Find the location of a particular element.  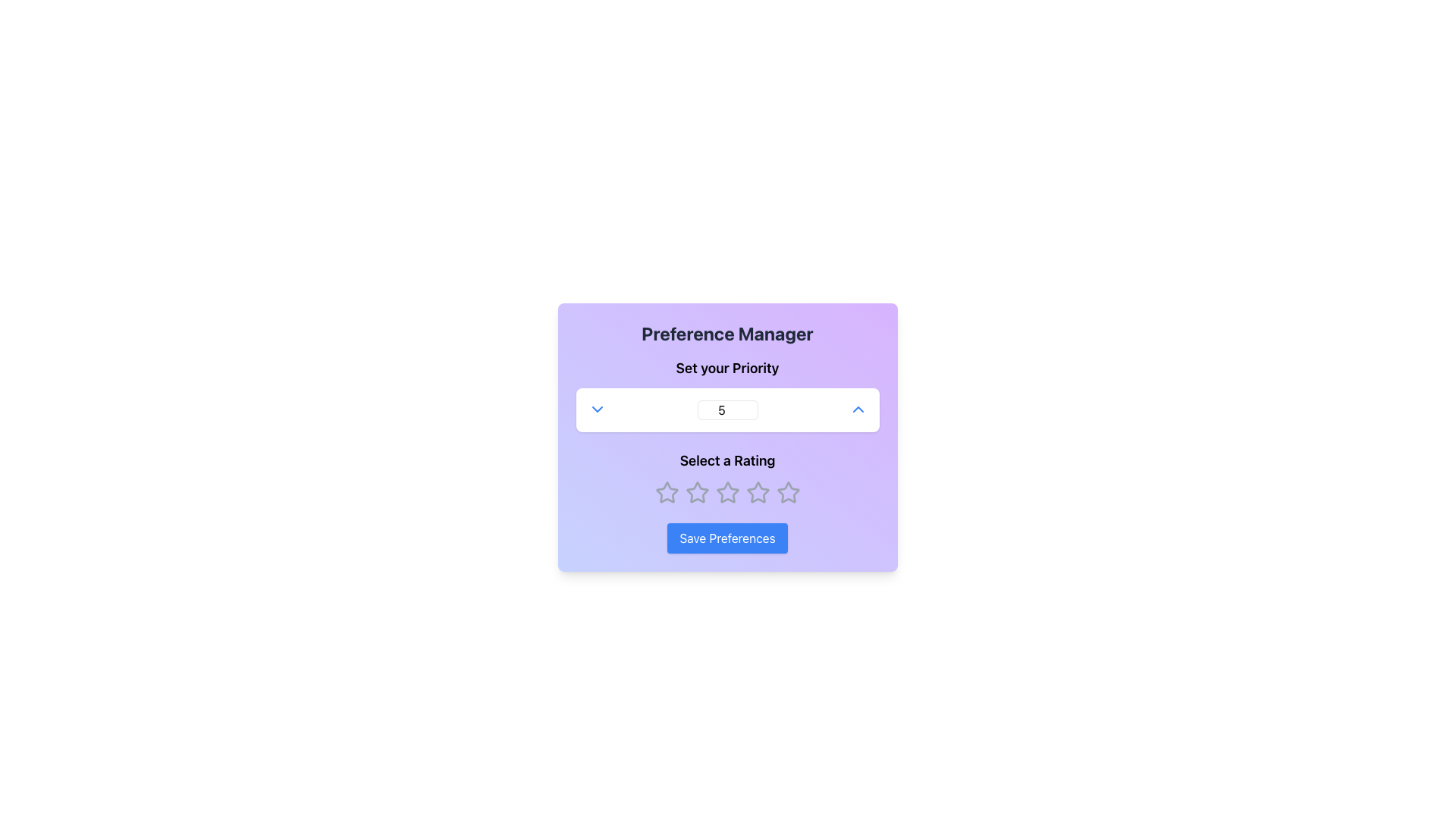

the fourth star icon in the rating section labeled 'Select a Rating' is located at coordinates (757, 491).